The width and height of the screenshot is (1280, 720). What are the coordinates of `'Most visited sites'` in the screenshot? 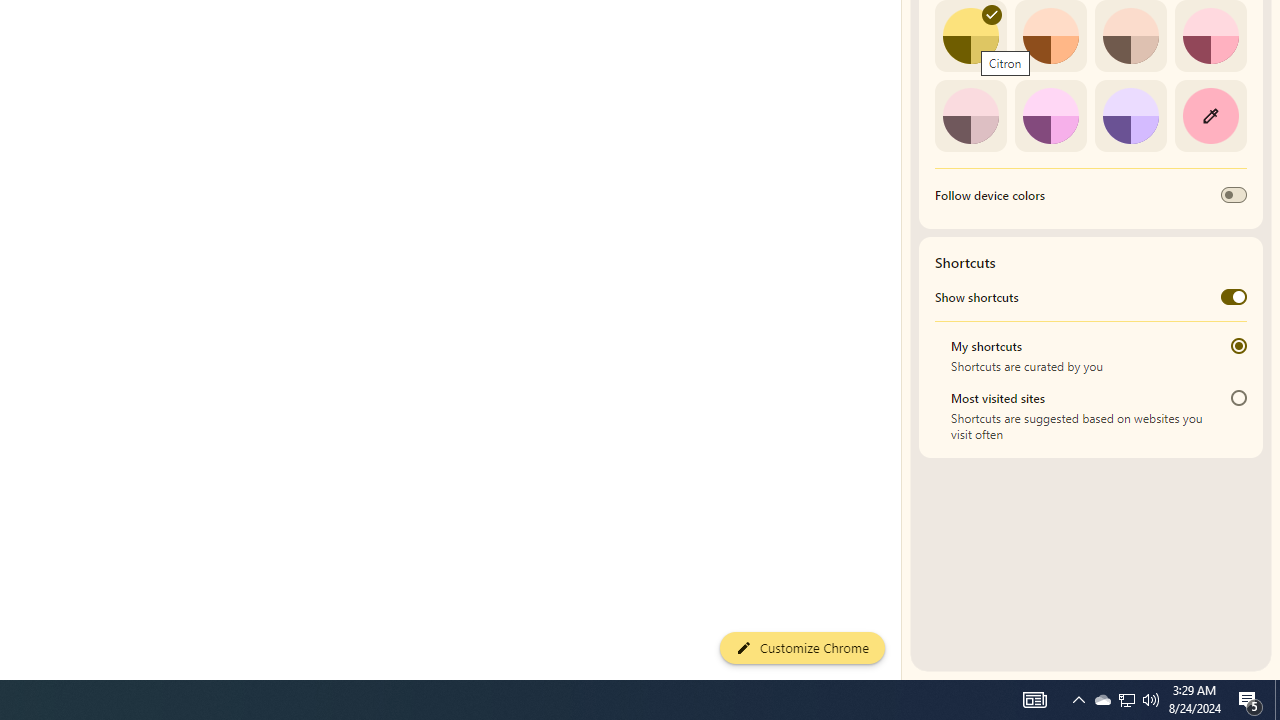 It's located at (1238, 398).